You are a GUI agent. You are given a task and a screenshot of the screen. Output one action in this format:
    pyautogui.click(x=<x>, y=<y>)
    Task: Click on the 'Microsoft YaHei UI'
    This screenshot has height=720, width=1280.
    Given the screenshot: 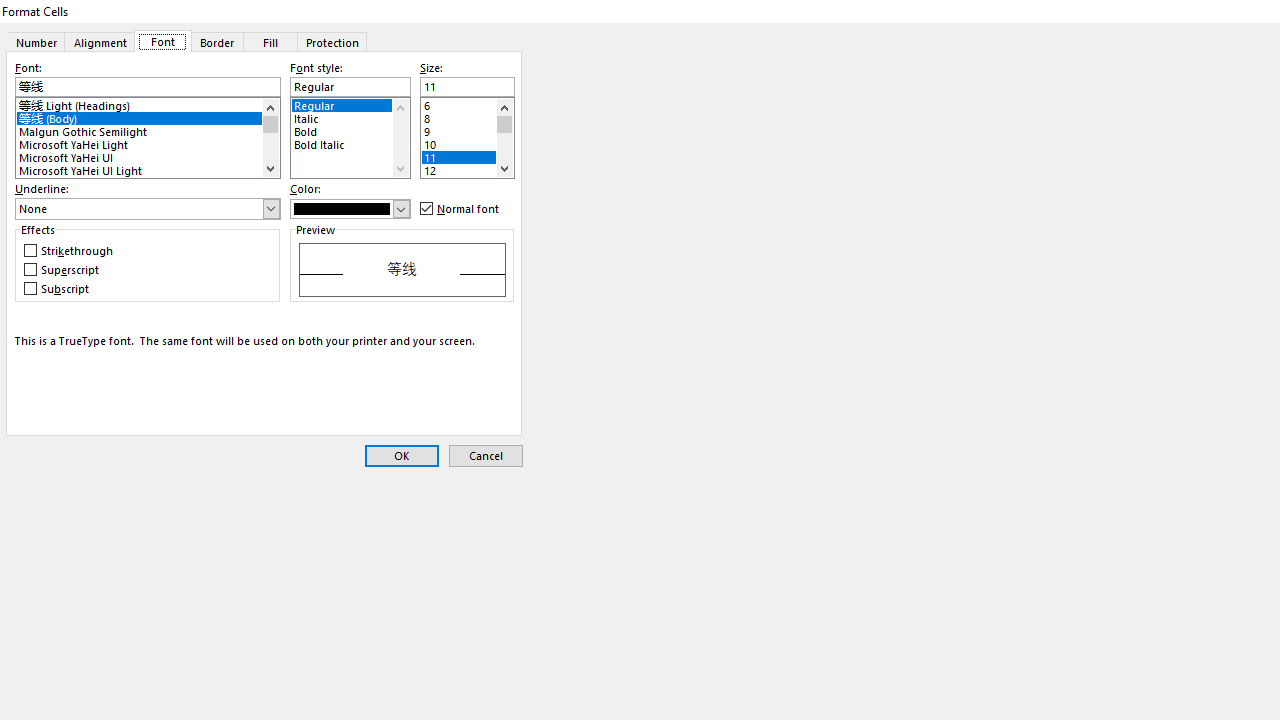 What is the action you would take?
    pyautogui.click(x=147, y=154)
    